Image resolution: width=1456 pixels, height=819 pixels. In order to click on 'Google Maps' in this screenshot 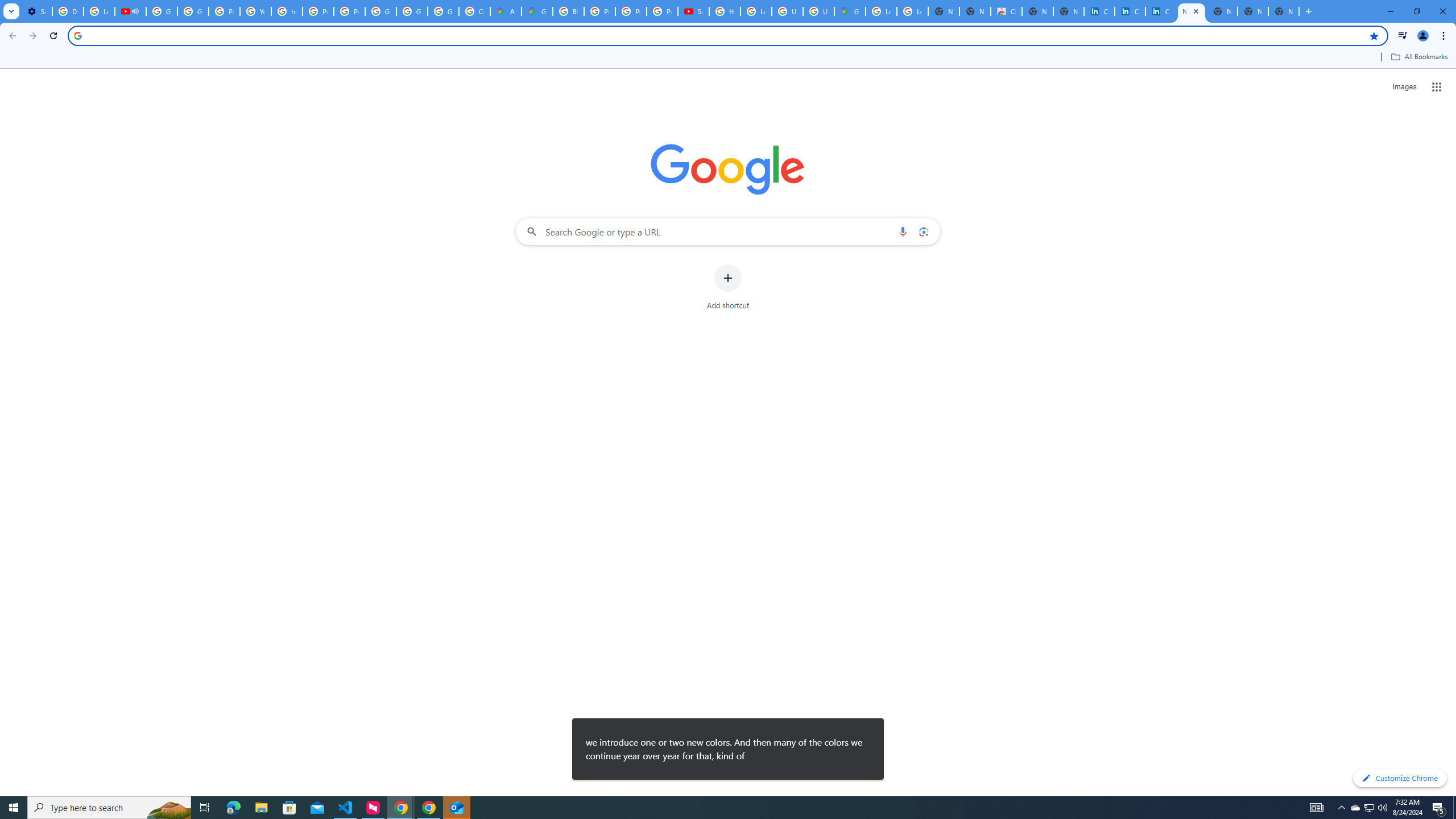, I will do `click(850, 11)`.